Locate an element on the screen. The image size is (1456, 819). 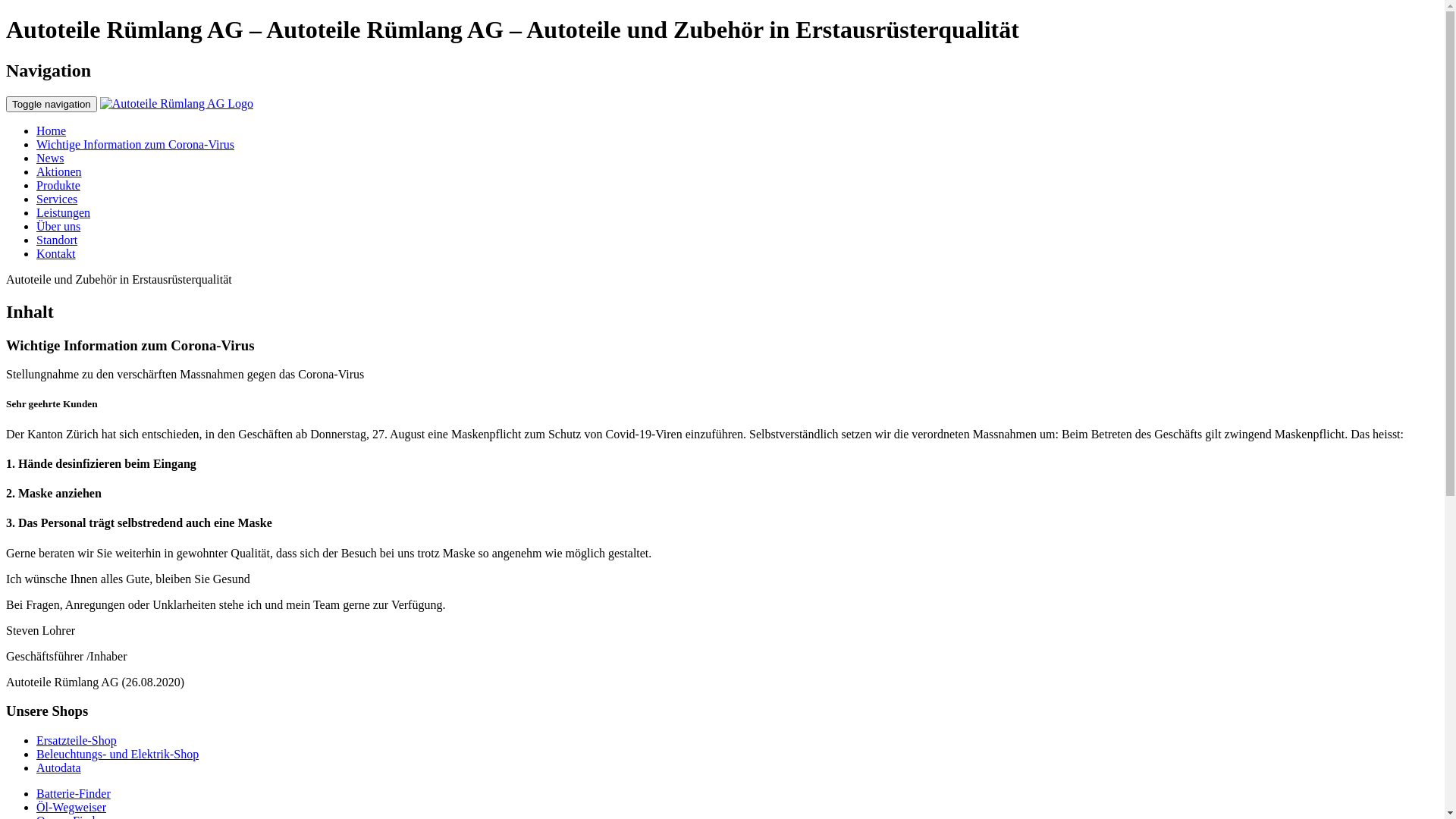
'Kontakt' is located at coordinates (55, 253).